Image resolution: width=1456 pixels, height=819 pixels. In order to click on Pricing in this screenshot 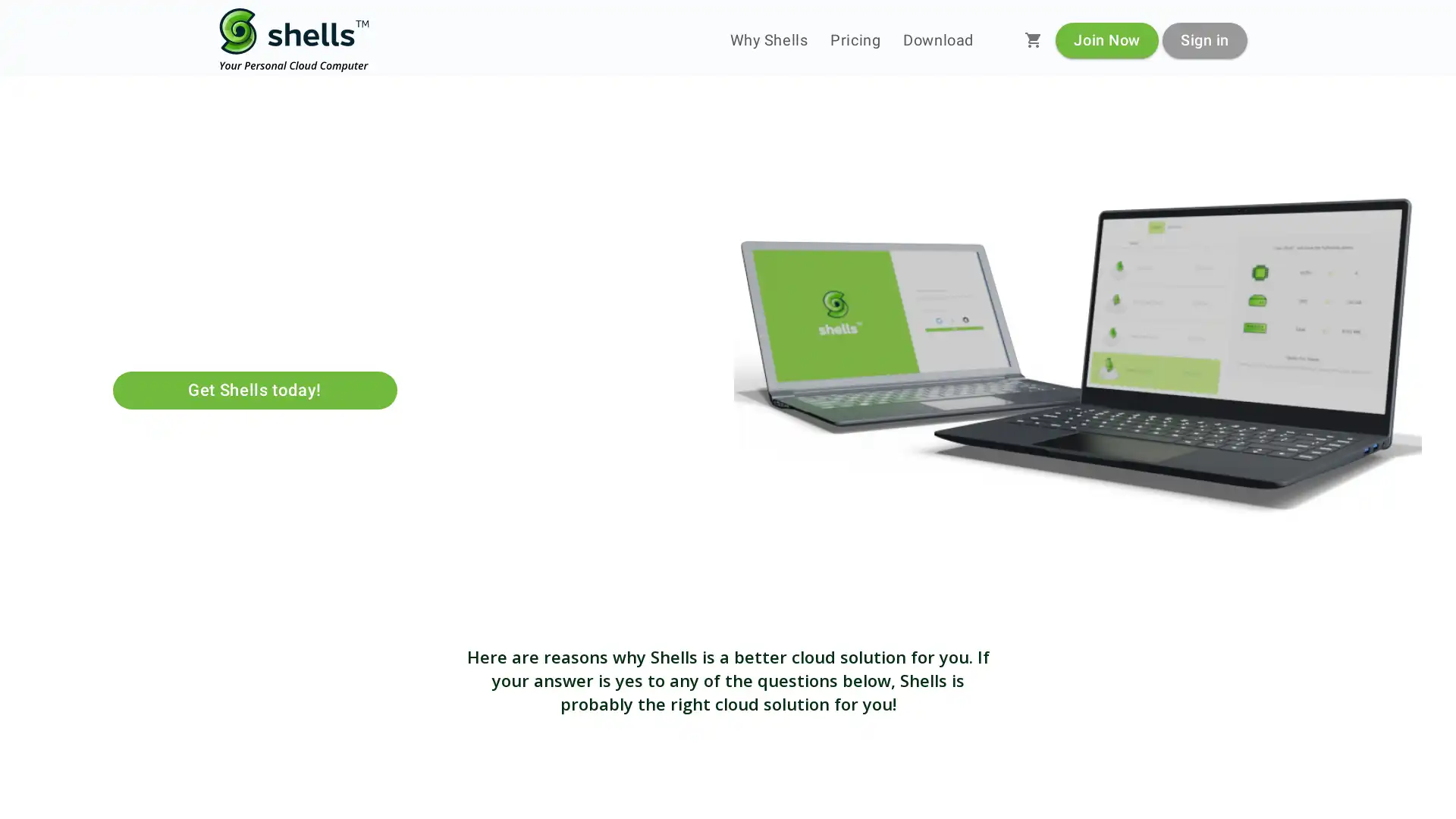, I will do `click(855, 39)`.